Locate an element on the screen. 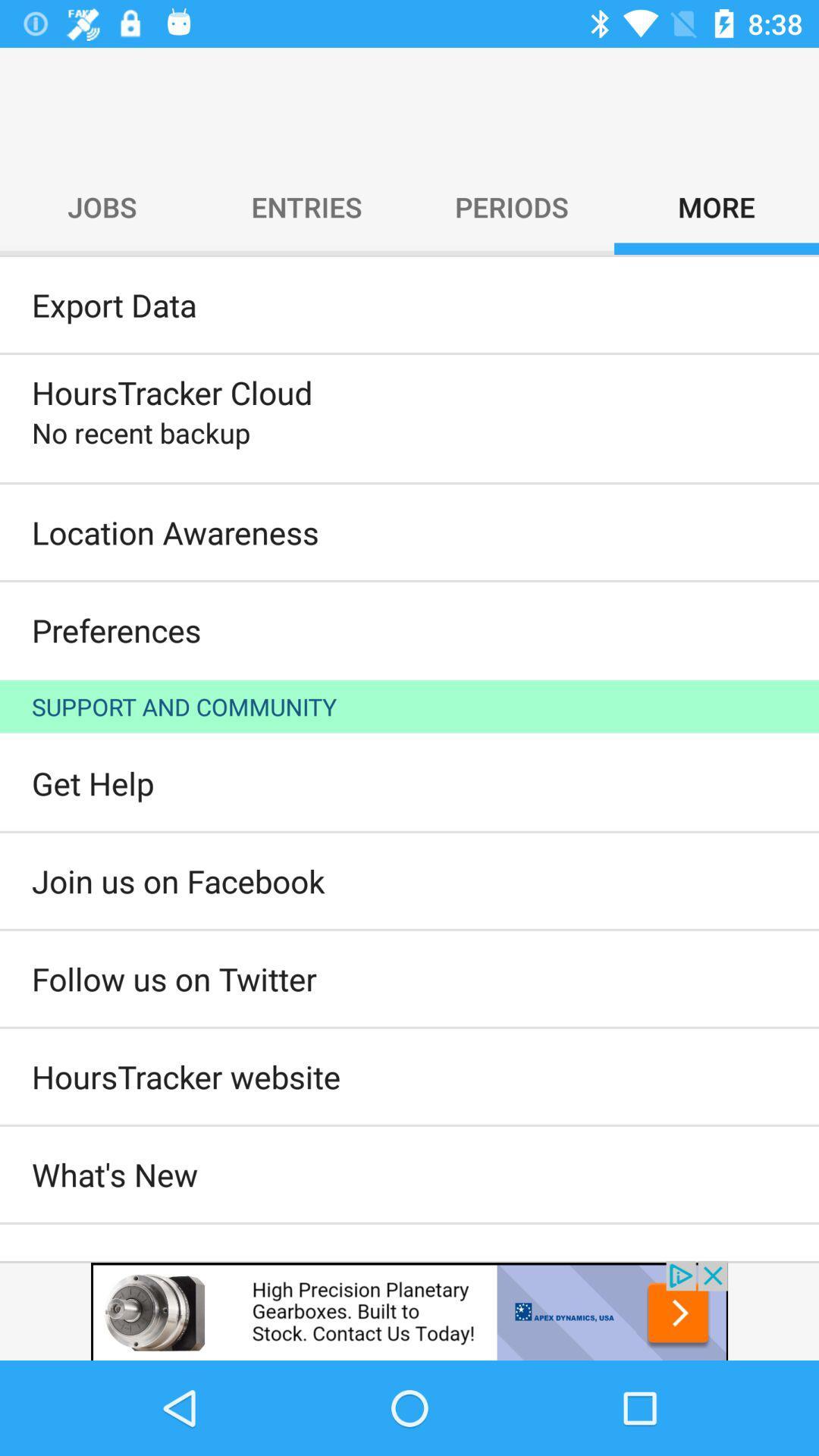 Image resolution: width=819 pixels, height=1456 pixels. click advertisement is located at coordinates (409, 1310).